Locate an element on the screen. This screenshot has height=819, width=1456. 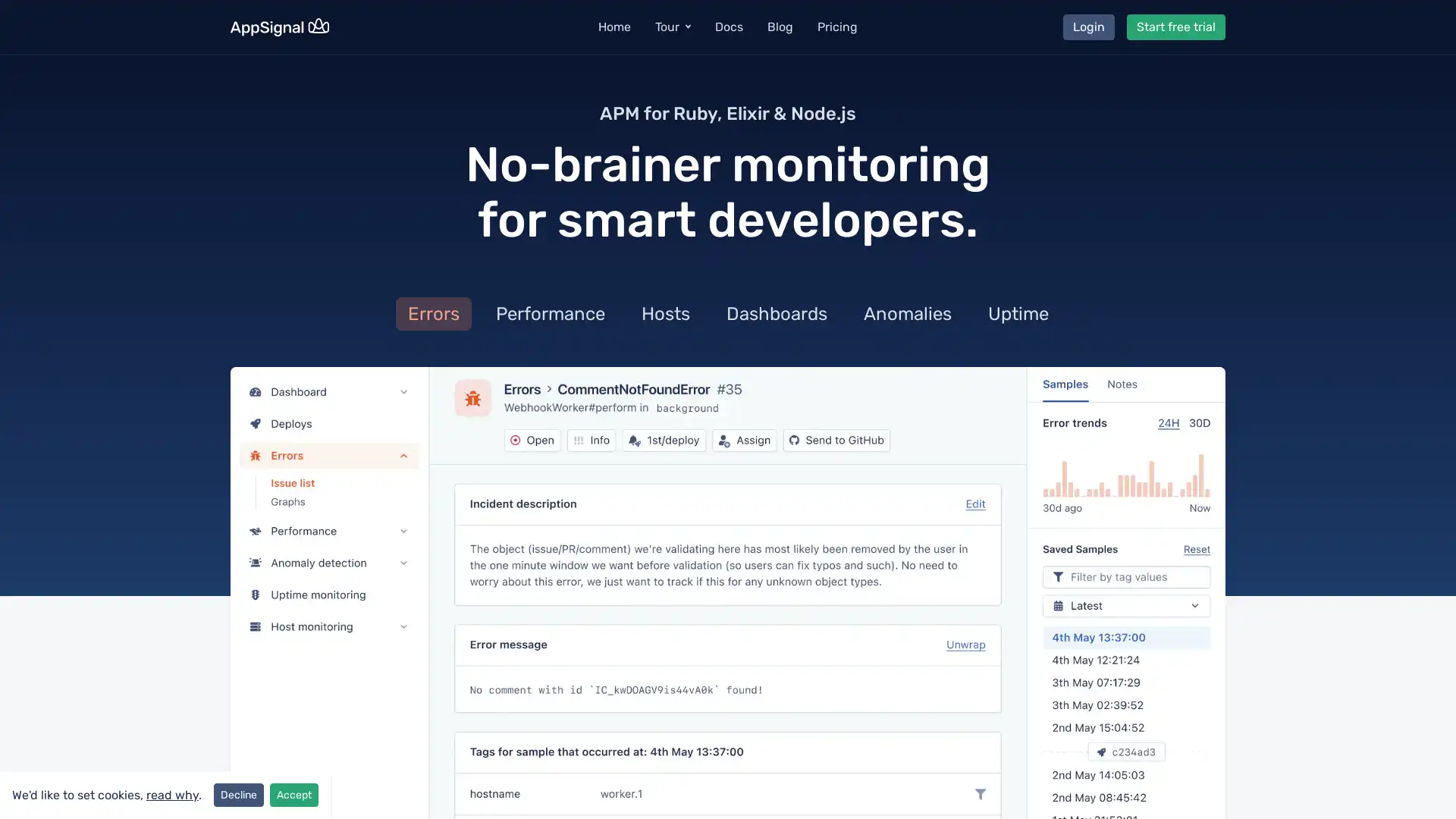
Errors is located at coordinates (432, 312).